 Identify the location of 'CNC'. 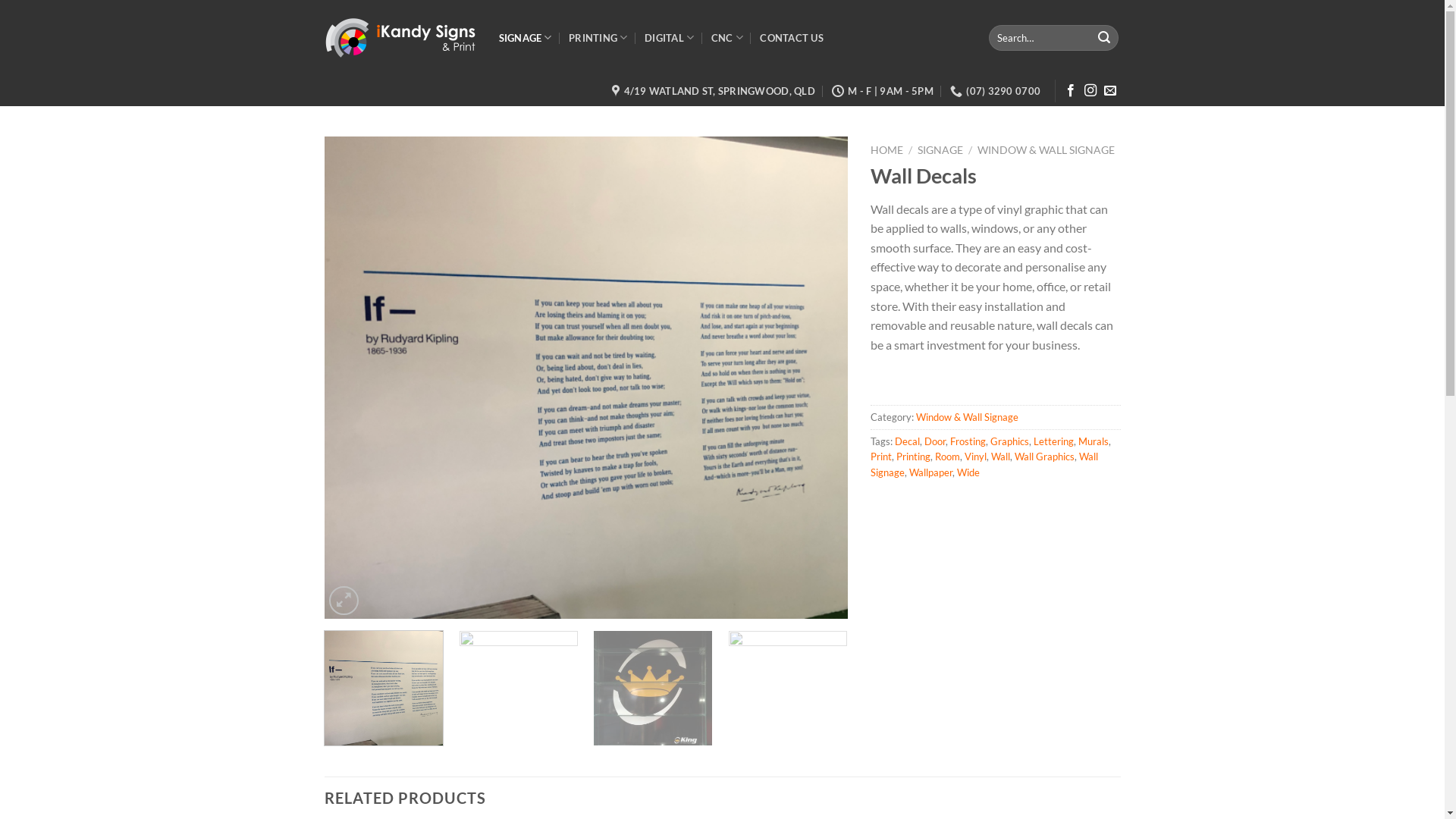
(710, 36).